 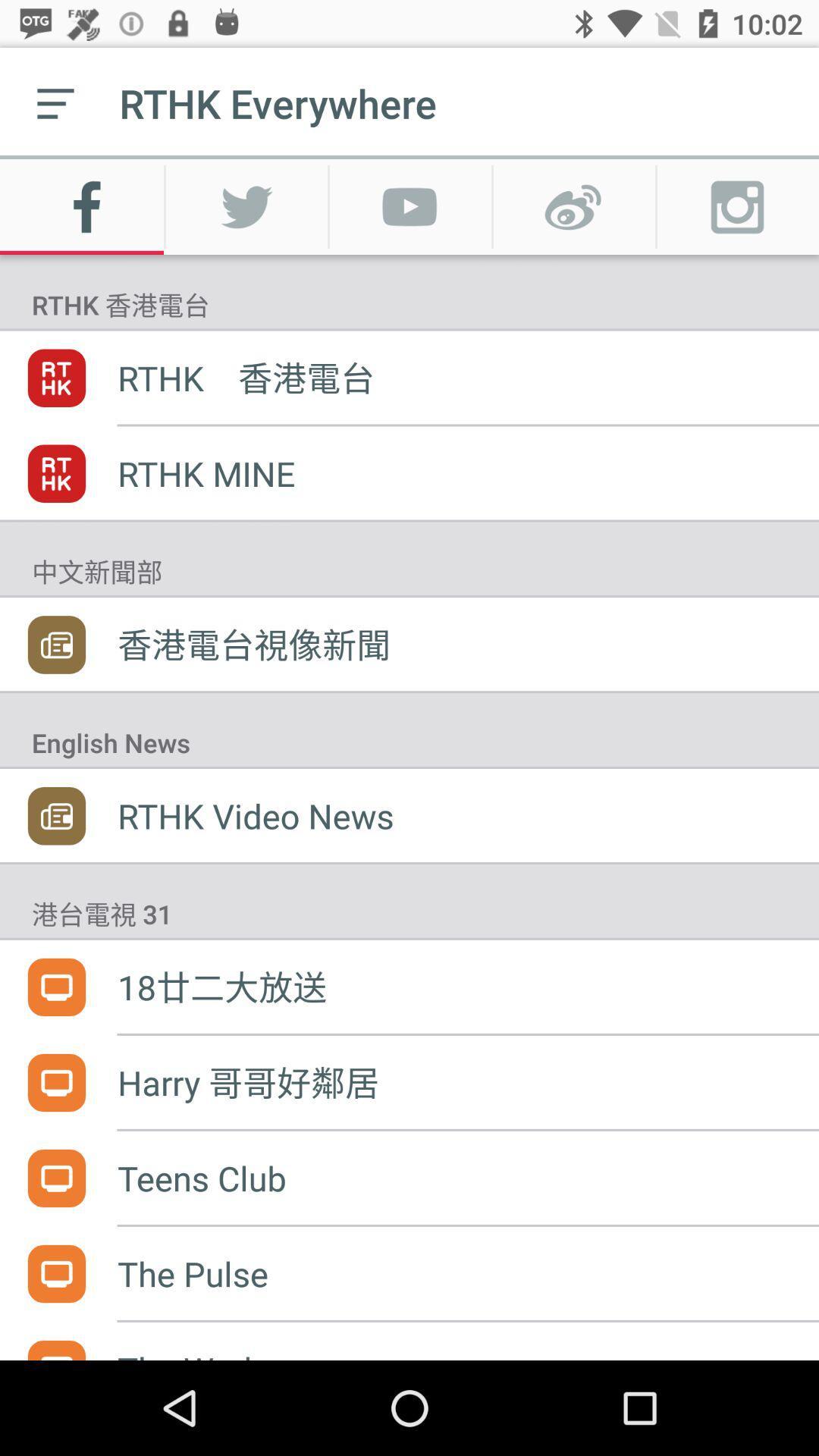 I want to click on the icon to the left of rthk everywhere item, so click(x=55, y=102).